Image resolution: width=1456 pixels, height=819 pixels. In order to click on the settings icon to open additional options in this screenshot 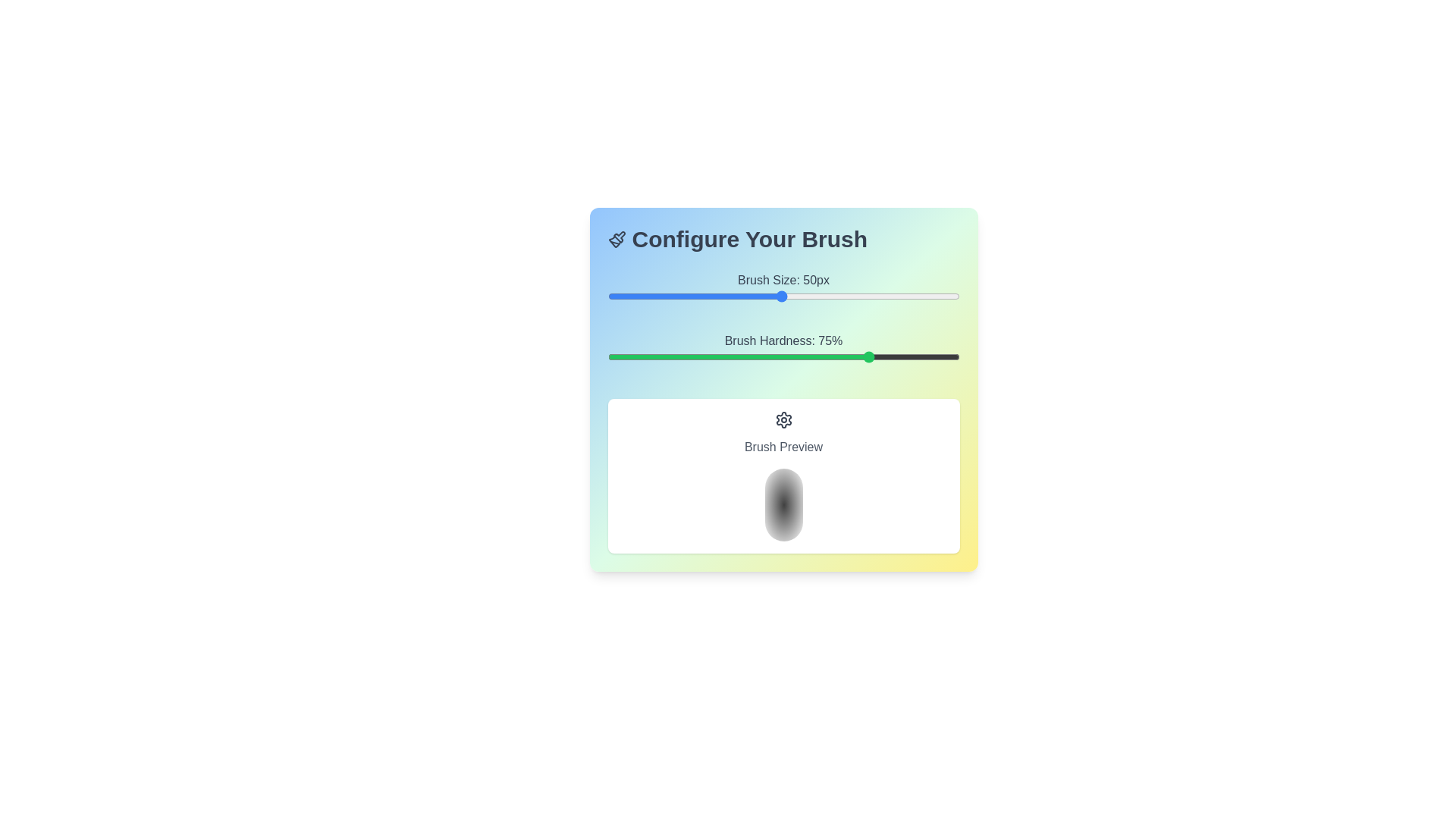, I will do `click(783, 420)`.